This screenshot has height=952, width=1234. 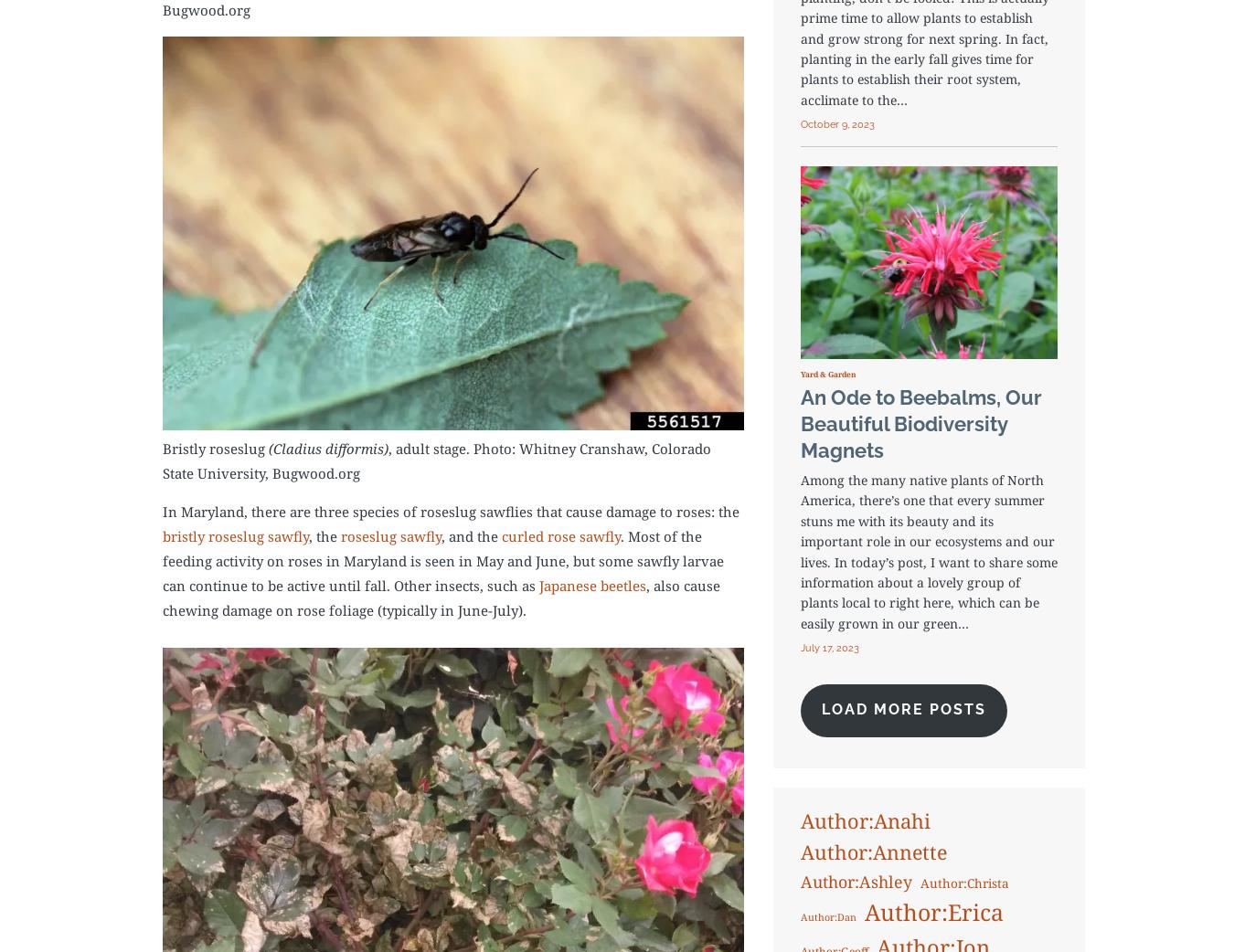 I want to click on 'Yard & Garden', so click(x=826, y=373).